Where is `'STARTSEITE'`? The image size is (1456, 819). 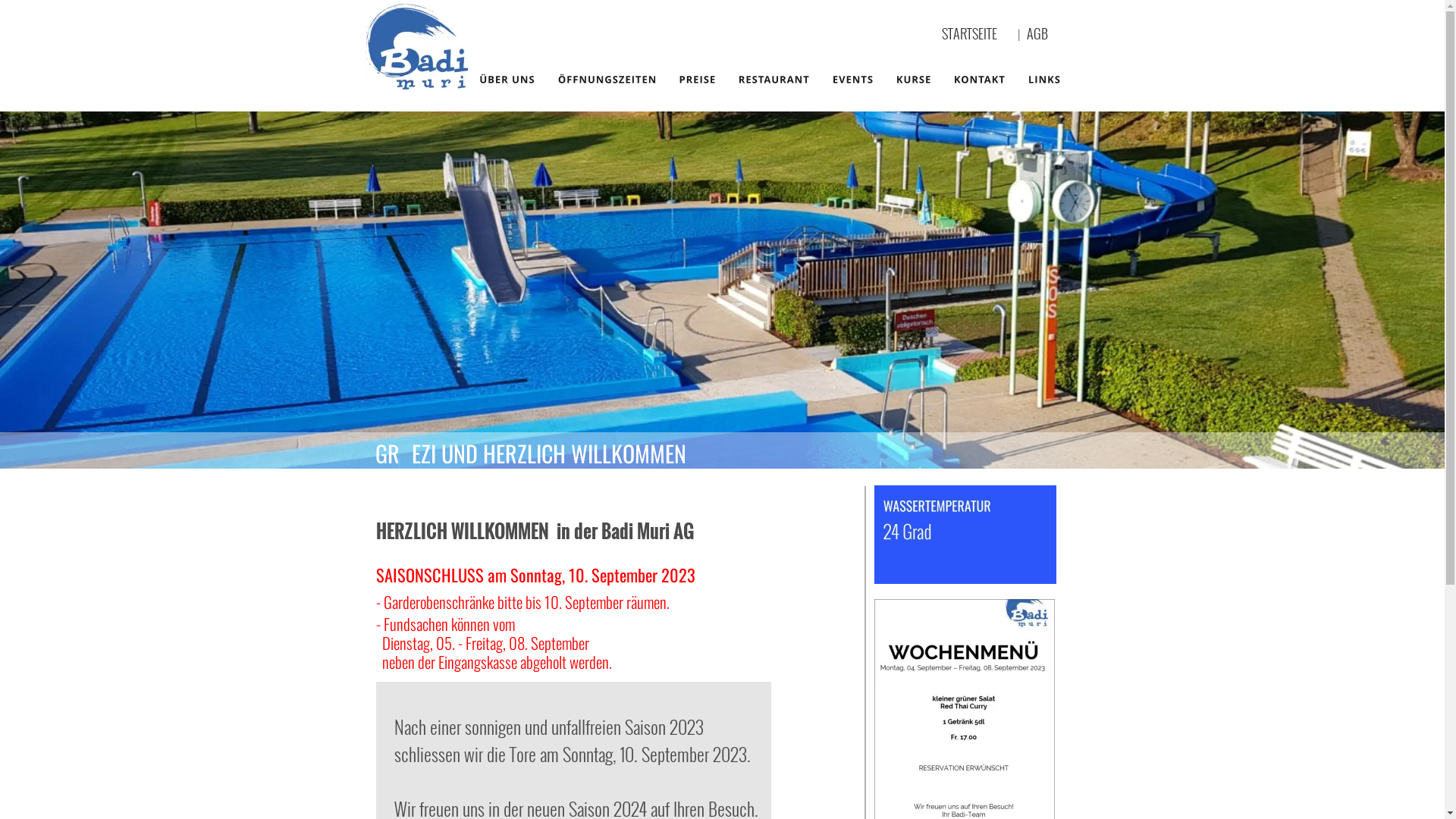 'STARTSEITE' is located at coordinates (968, 33).